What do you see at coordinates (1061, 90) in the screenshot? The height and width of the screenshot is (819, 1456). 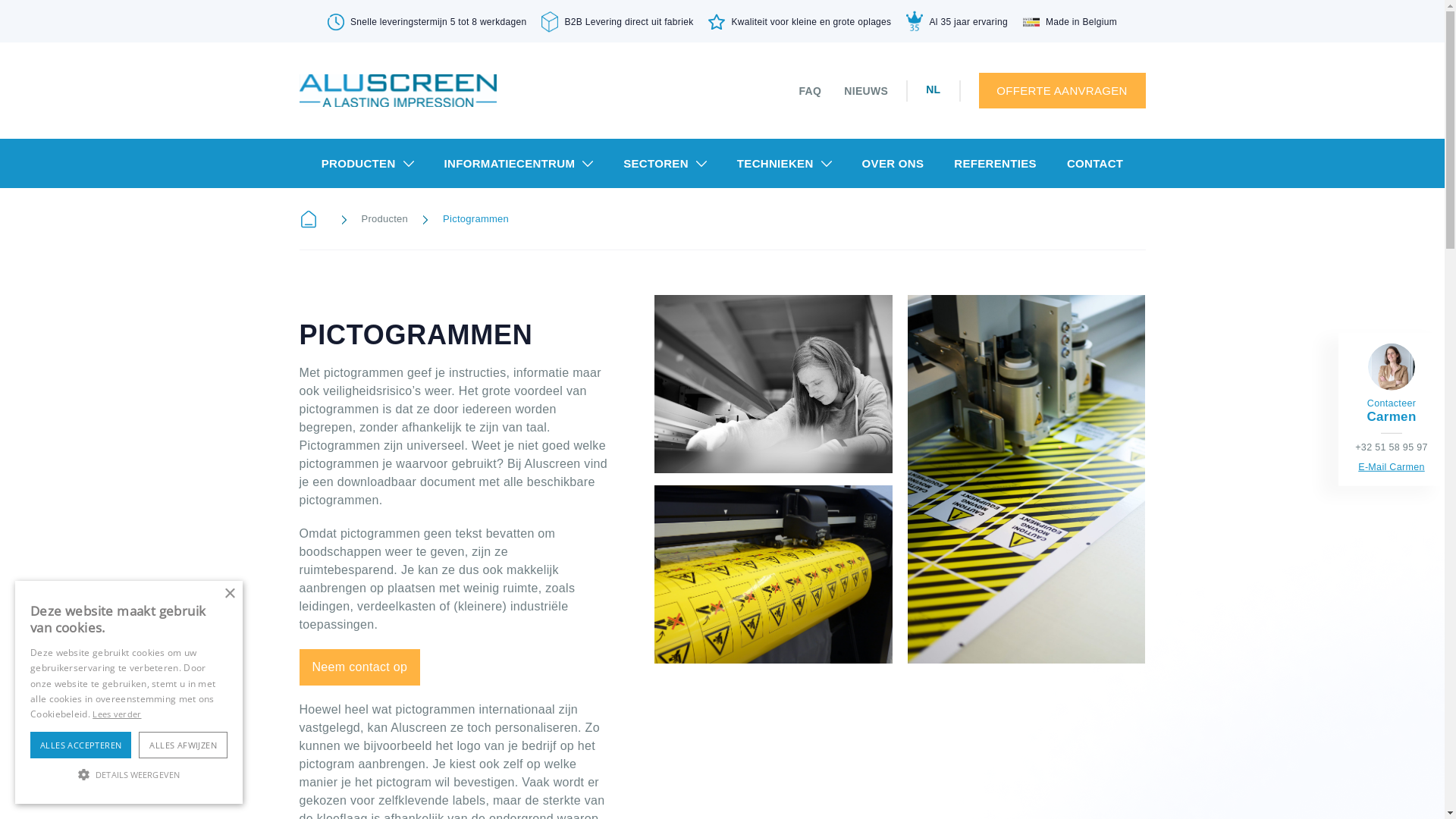 I see `'OFFERTE AANVRAGEN'` at bounding box center [1061, 90].